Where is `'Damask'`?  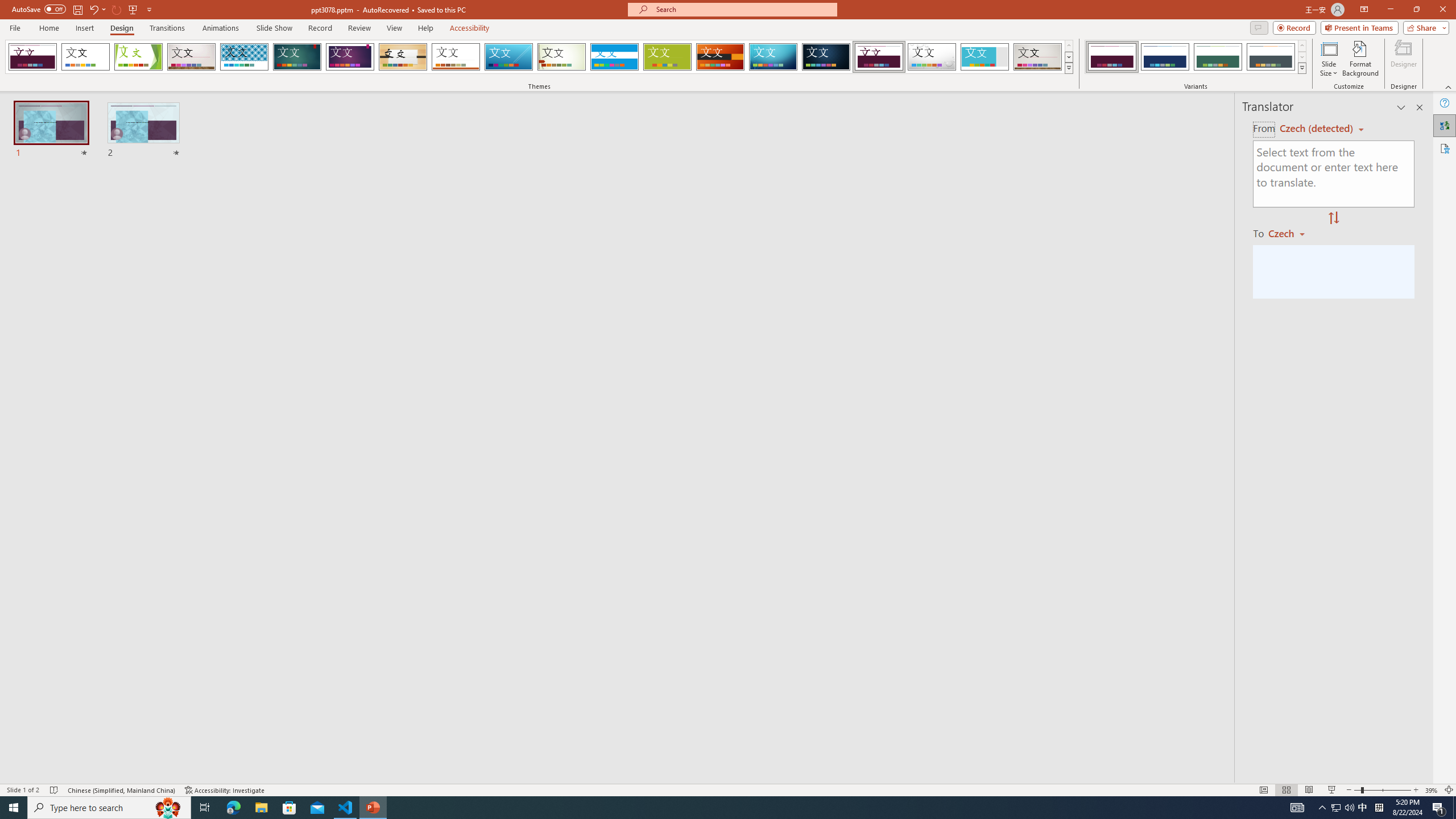
'Damask' is located at coordinates (825, 56).